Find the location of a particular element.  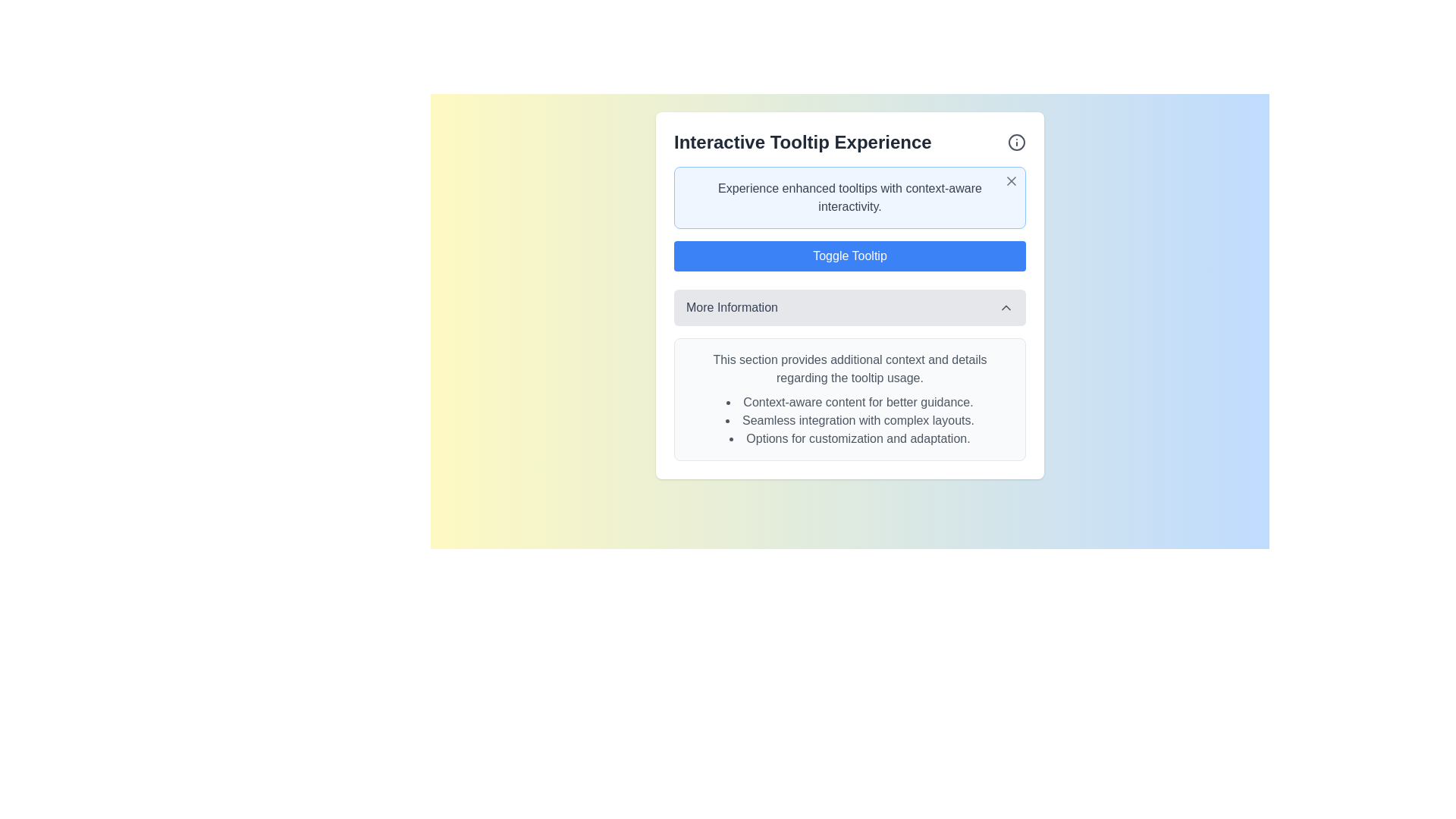

the text component displaying 'Experience enhanced tooltips with context-aware interactivity.' which is styled in gray on a light blue background is located at coordinates (850, 197).